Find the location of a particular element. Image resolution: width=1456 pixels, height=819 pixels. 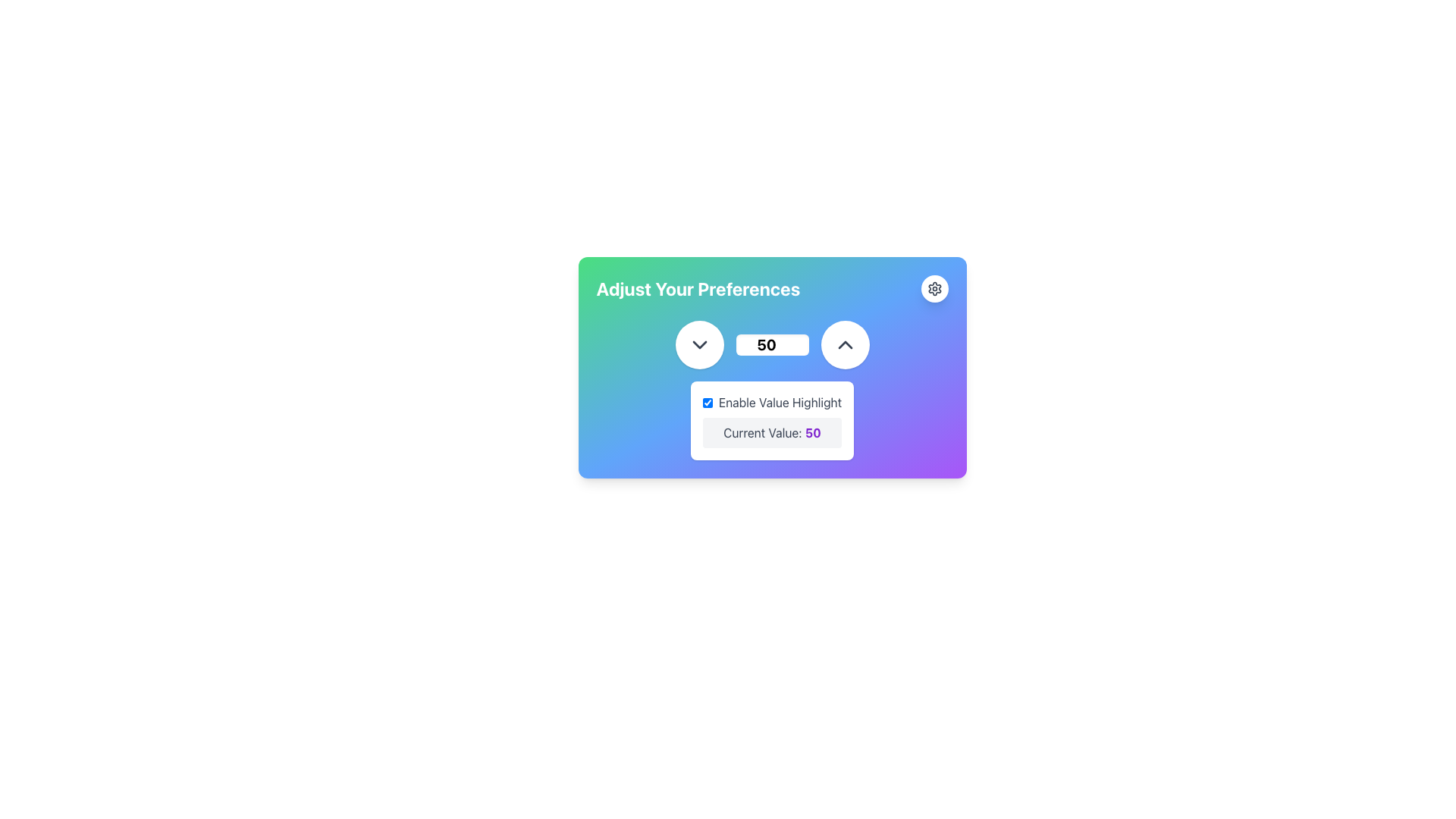

the downward-pointing chevron icon, which is styled with a thin black outline on a white background, located within a circular button at the far left of the horizontal row of controls is located at coordinates (698, 345).